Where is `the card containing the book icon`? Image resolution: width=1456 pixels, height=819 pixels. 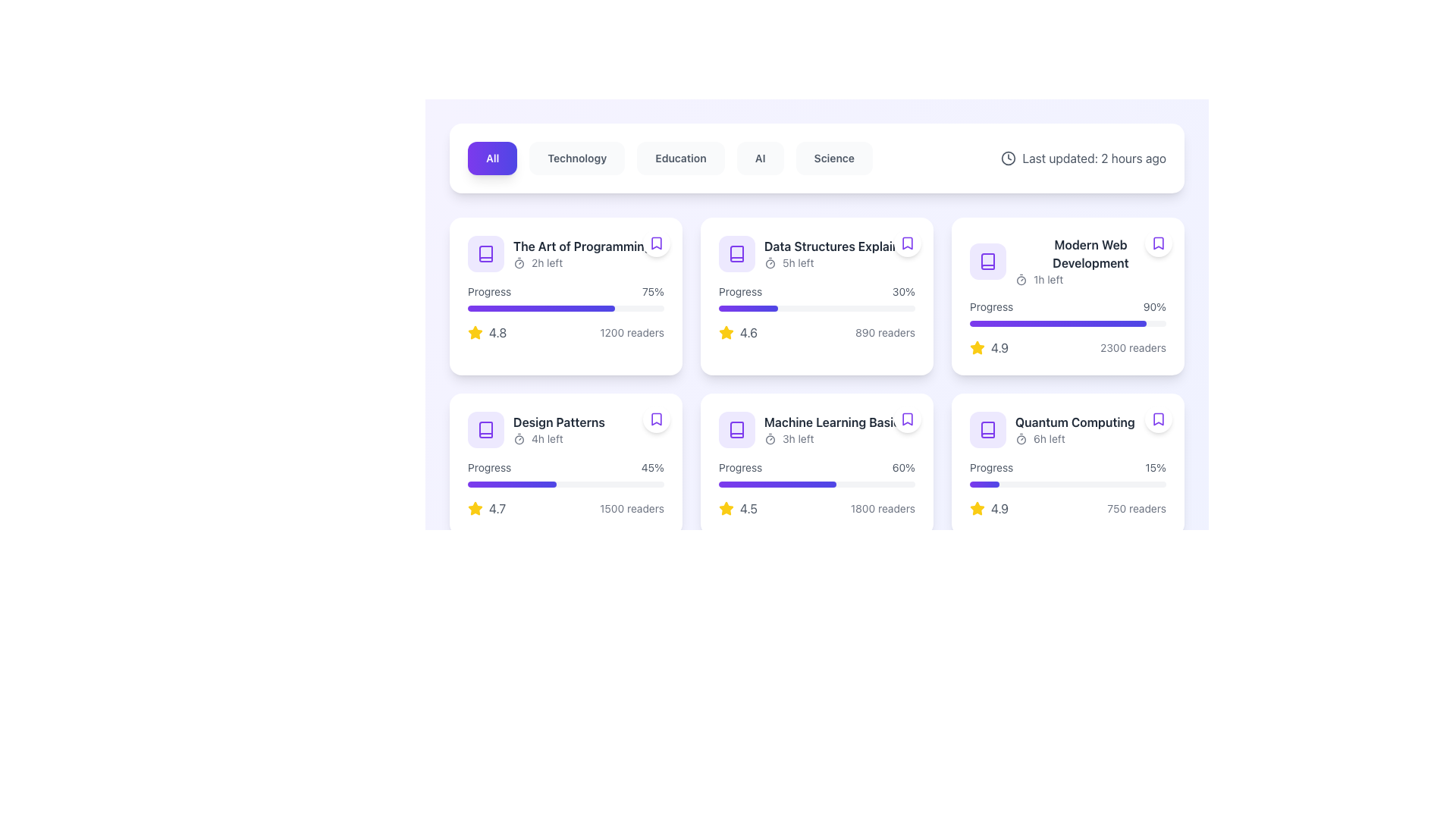
the card containing the book icon is located at coordinates (987, 260).